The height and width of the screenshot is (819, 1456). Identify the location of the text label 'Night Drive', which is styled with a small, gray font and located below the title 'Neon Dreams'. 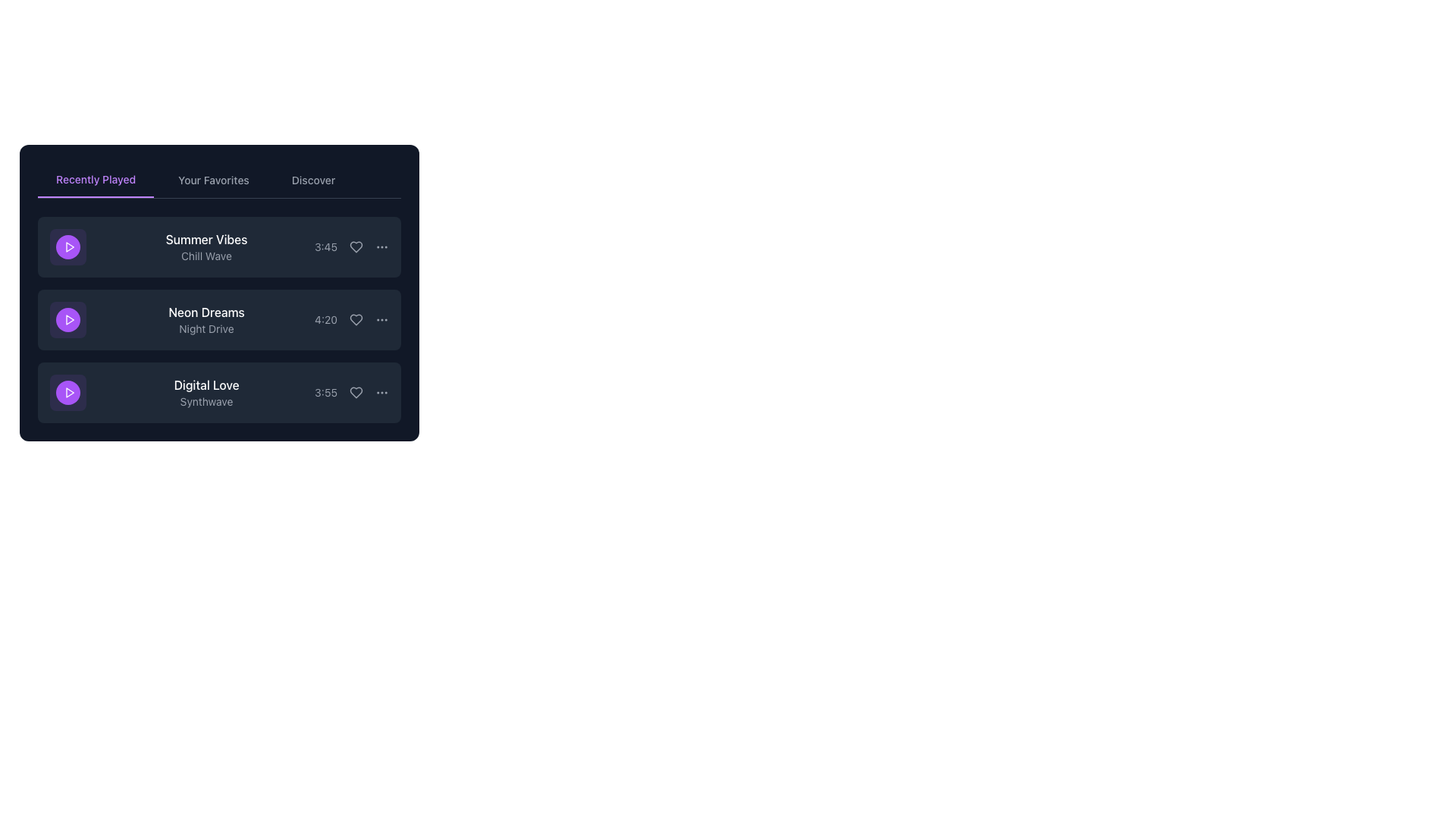
(206, 328).